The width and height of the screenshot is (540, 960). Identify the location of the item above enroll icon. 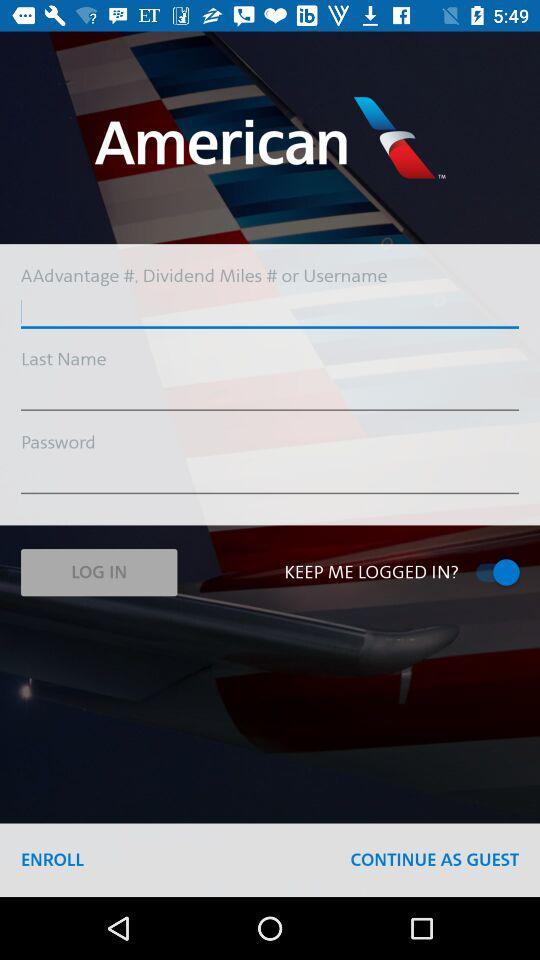
(98, 572).